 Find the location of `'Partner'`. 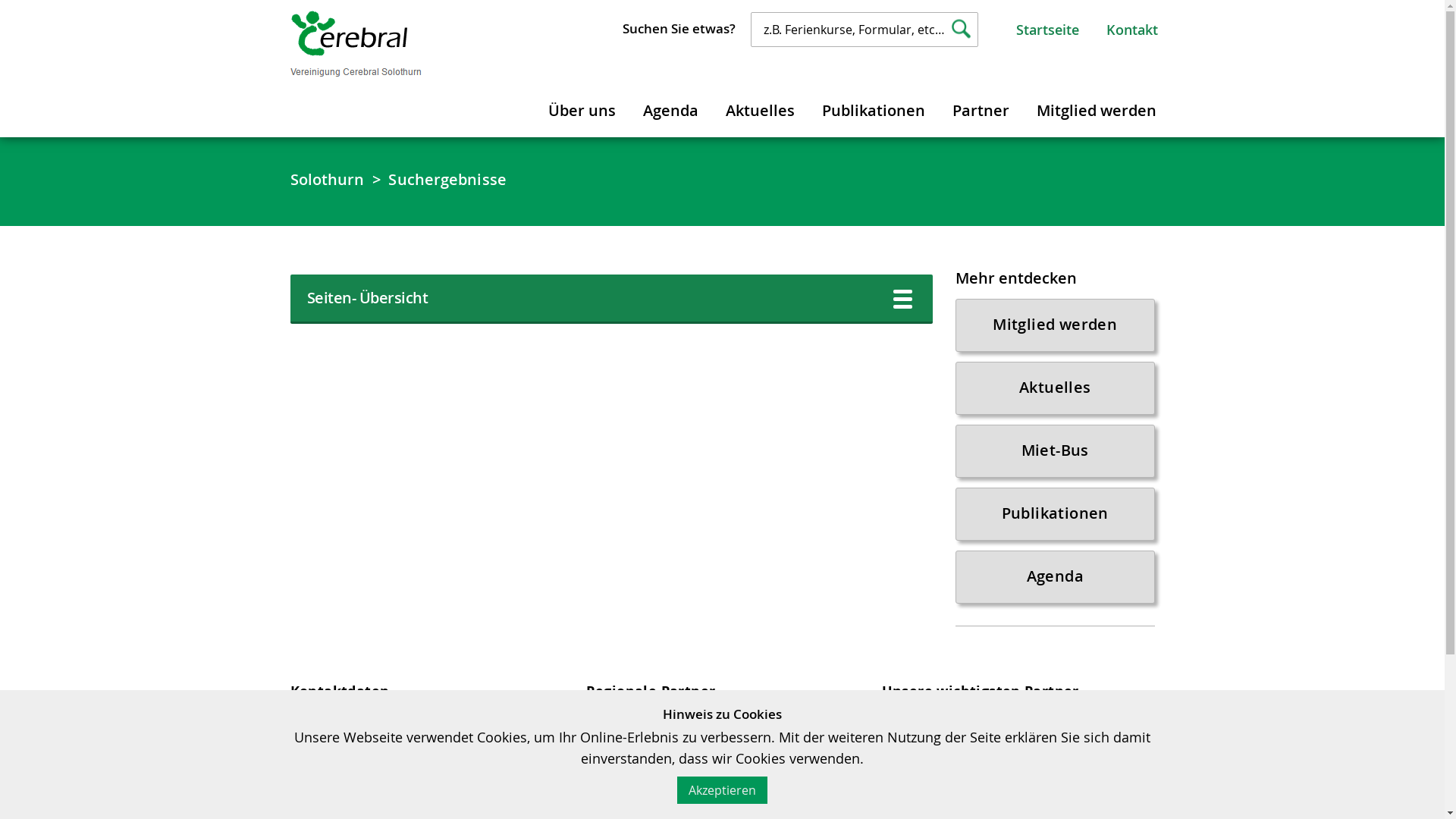

'Partner' is located at coordinates (938, 107).